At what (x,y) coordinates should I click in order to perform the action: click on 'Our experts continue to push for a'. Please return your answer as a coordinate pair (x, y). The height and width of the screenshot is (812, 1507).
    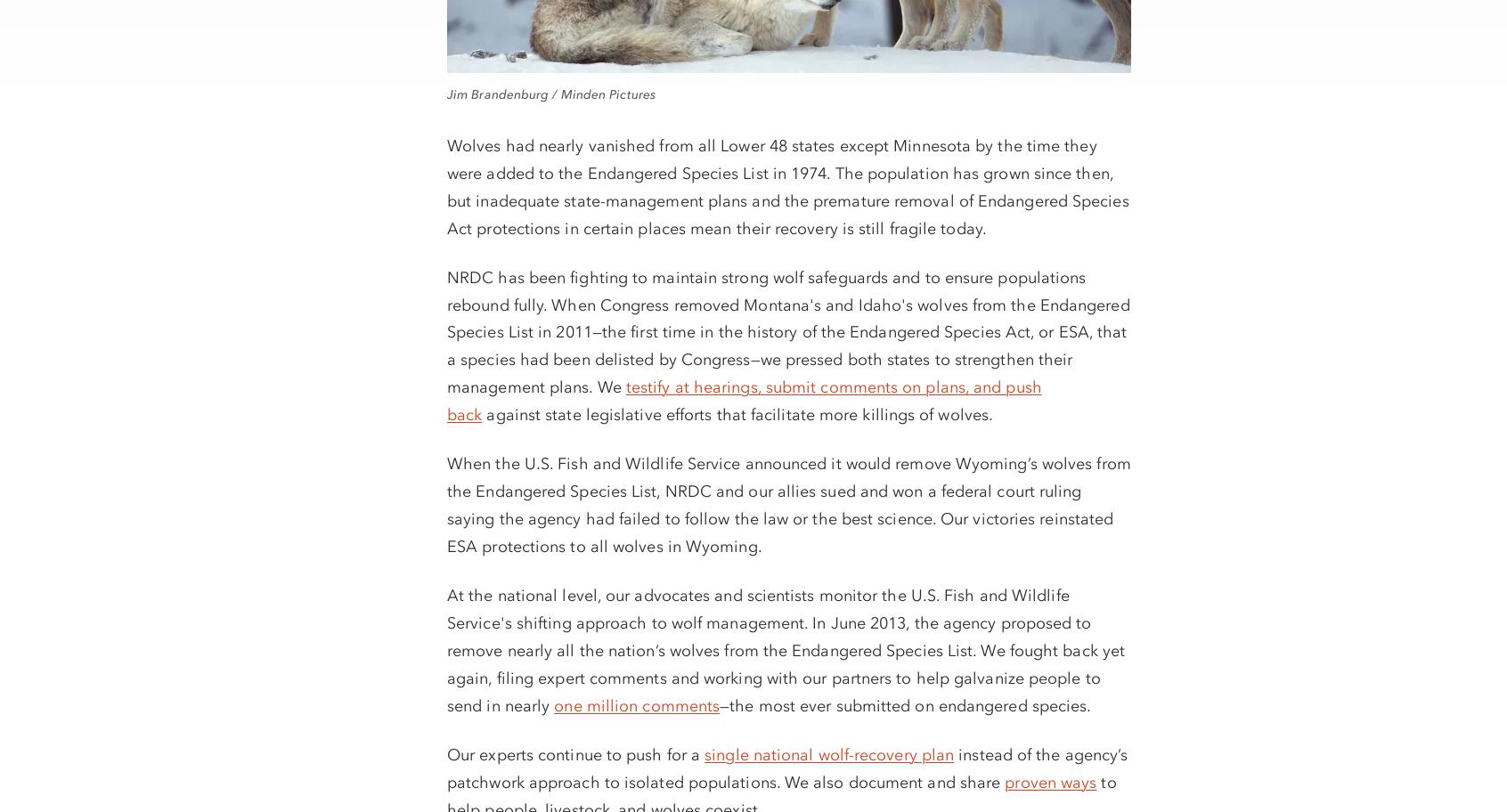
    Looking at the image, I should click on (575, 753).